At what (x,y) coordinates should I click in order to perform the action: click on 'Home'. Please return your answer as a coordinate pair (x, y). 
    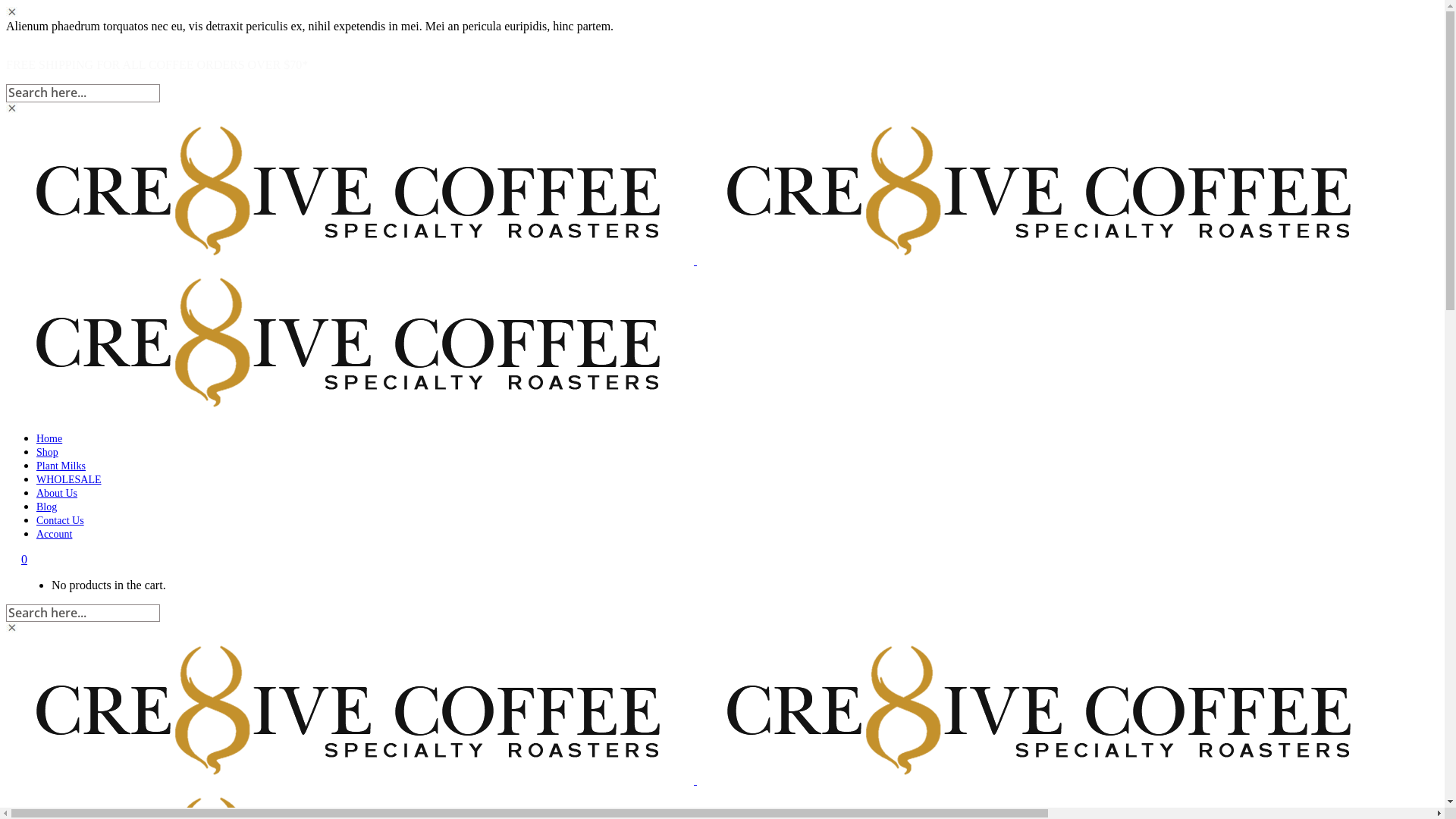
    Looking at the image, I should click on (49, 438).